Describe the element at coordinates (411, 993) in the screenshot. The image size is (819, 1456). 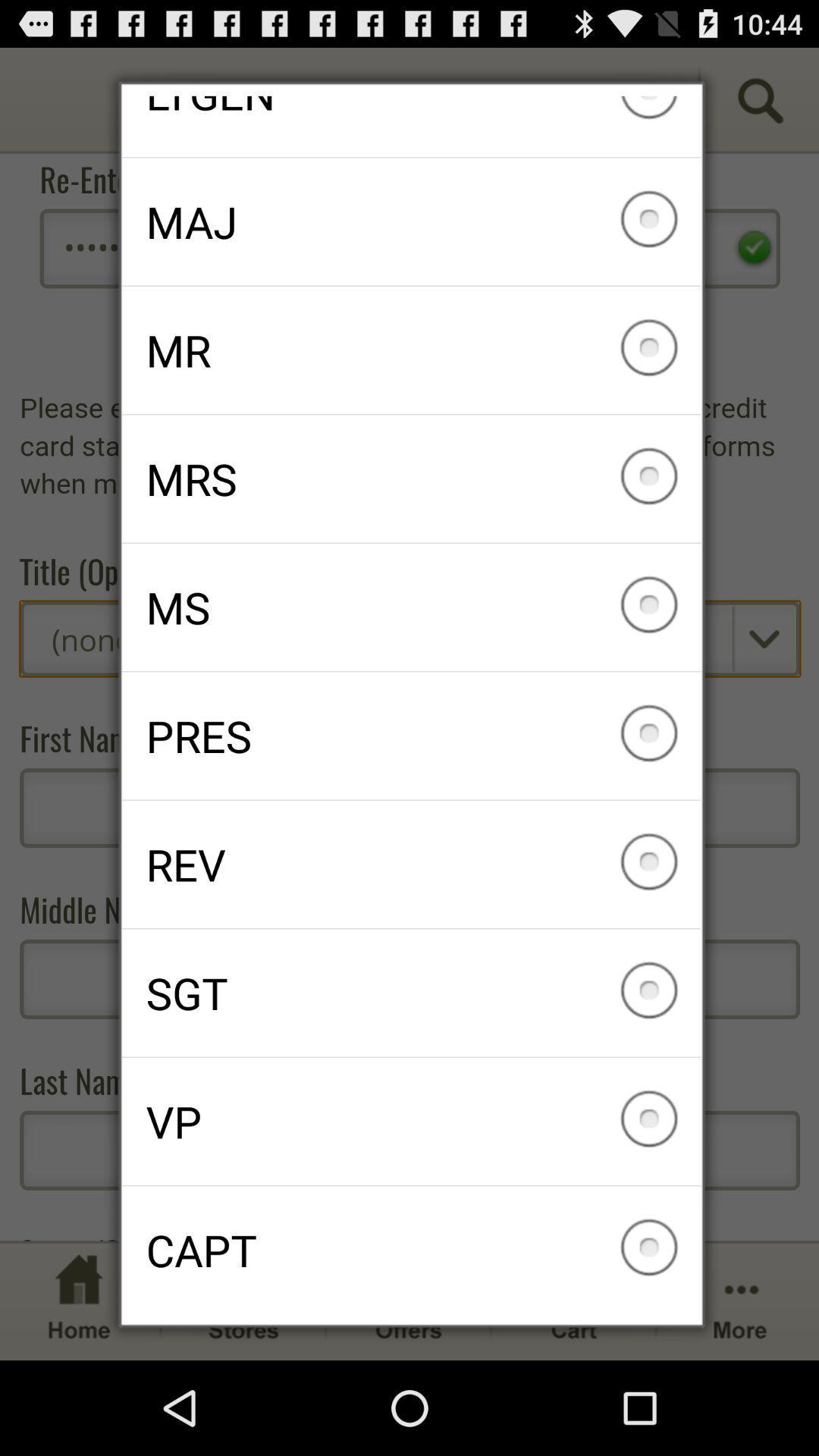
I see `the item above vp` at that location.